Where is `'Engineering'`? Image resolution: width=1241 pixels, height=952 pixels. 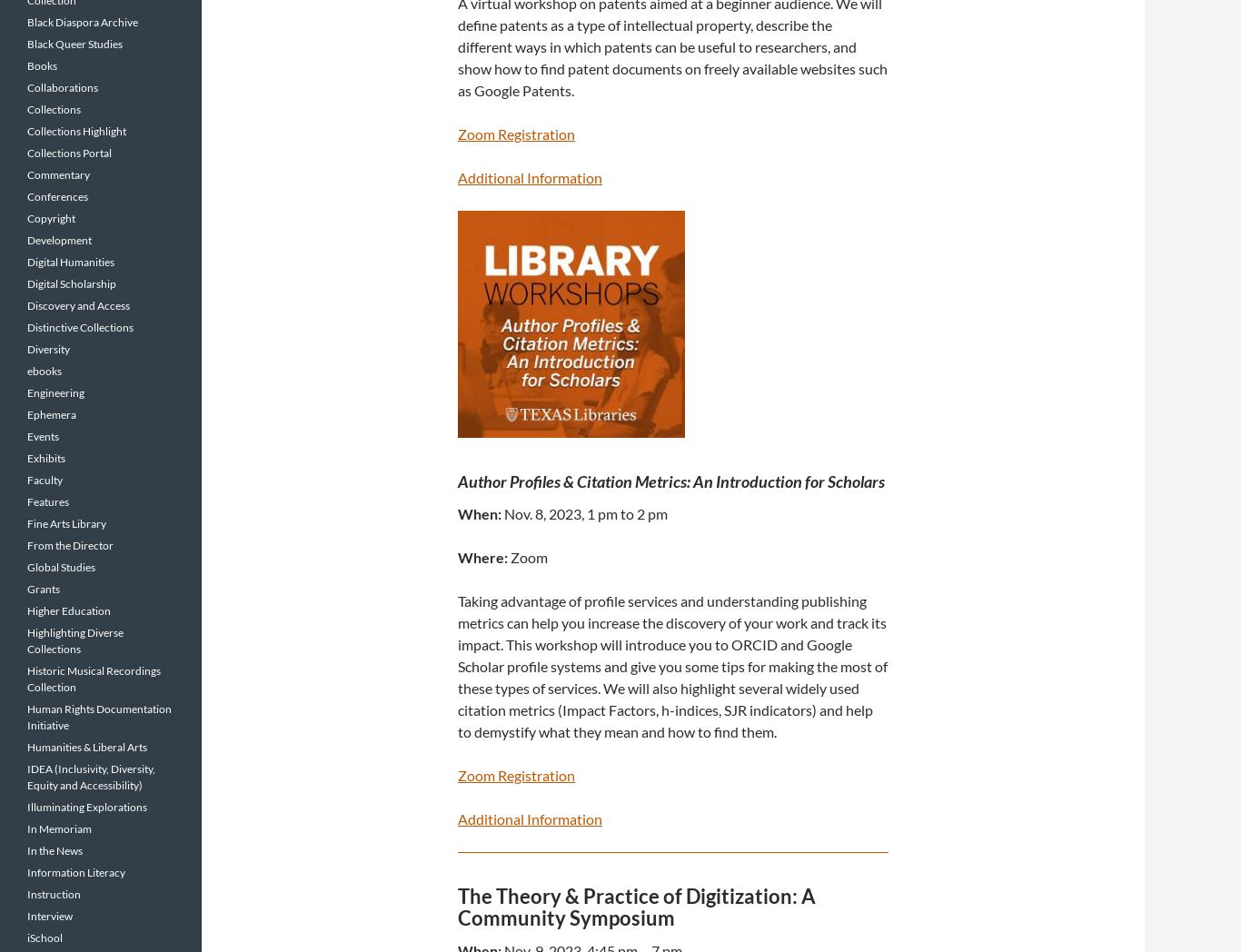
'Engineering' is located at coordinates (55, 392).